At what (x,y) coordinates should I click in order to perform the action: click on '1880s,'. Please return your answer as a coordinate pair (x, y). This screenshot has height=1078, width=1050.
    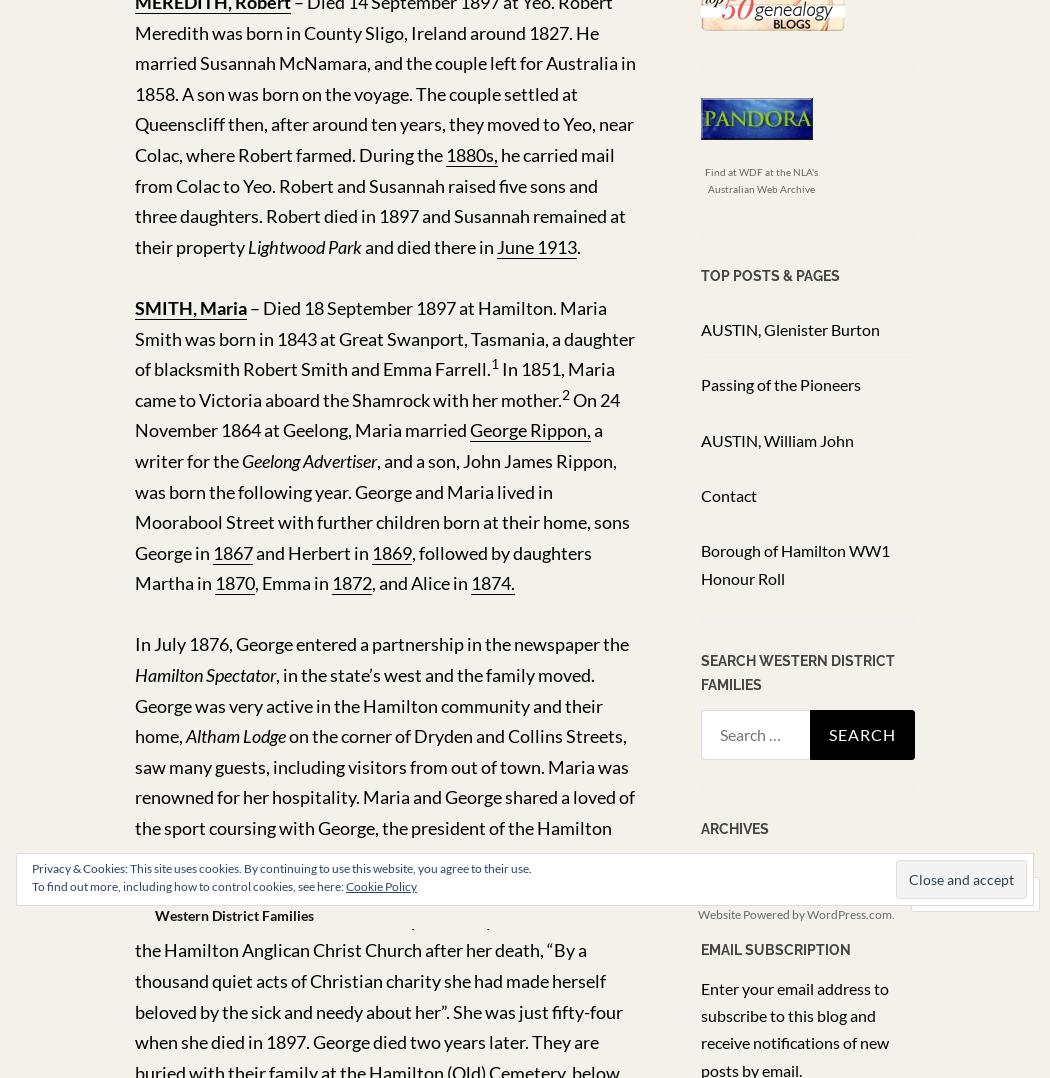
    Looking at the image, I should click on (471, 154).